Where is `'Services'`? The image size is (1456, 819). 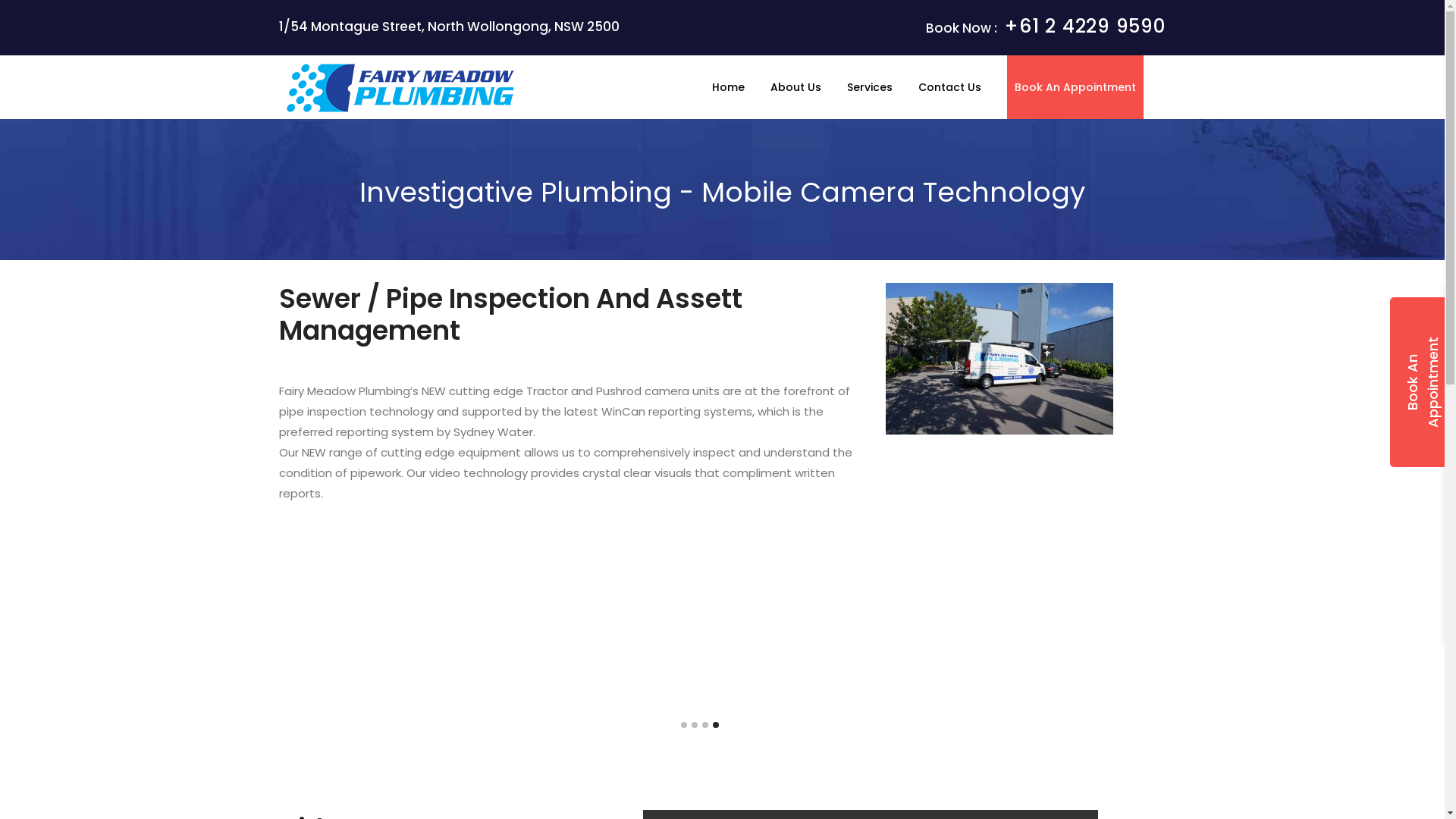
'Services' is located at coordinates (869, 87).